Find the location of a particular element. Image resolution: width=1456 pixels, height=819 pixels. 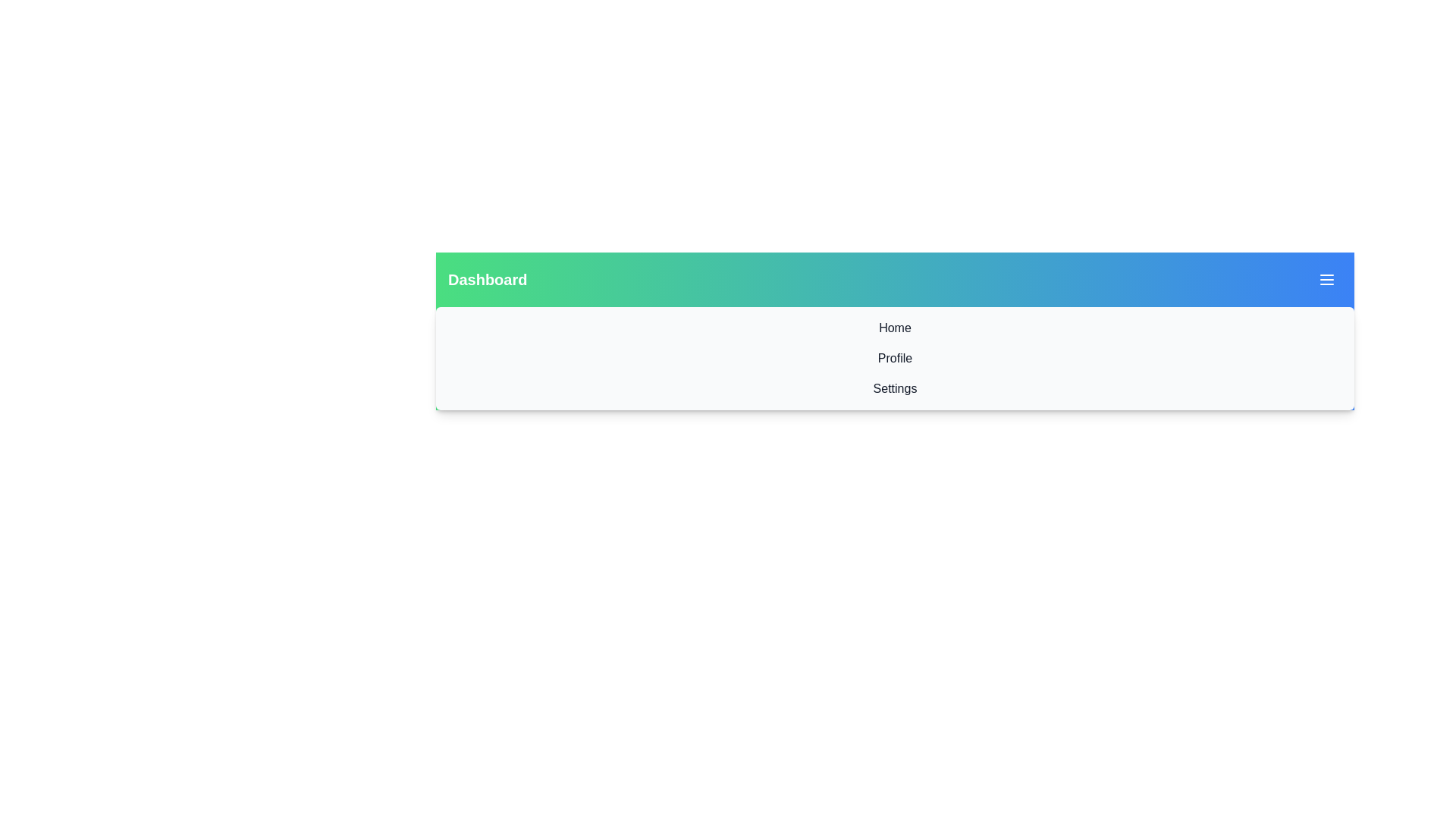

the Menu toggle icon located in the top right corner of the interface is located at coordinates (1326, 280).